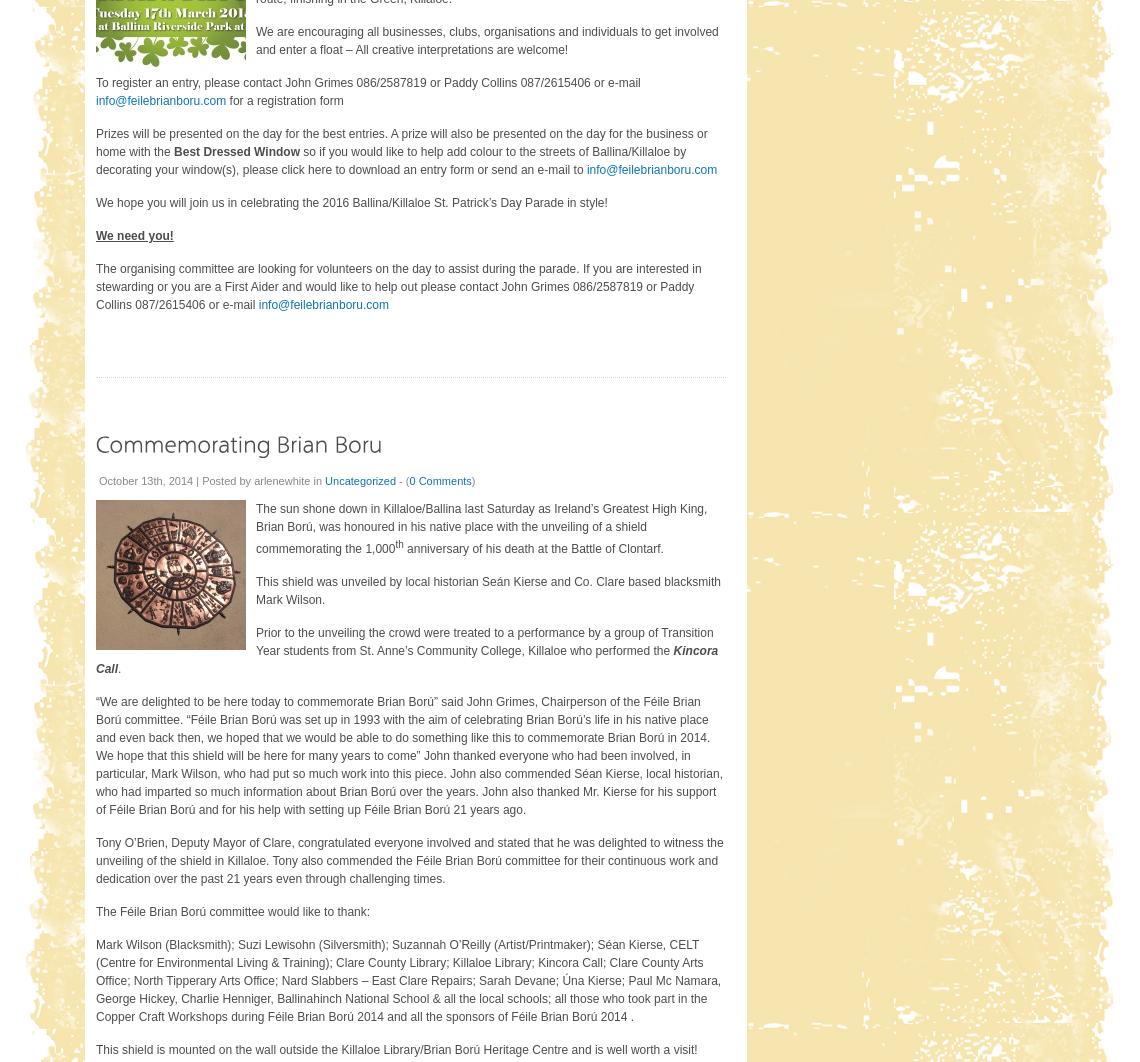 This screenshot has width=1140, height=1062. What do you see at coordinates (176, 479) in the screenshot?
I see `'October 13th, 2014 | Posted by'` at bounding box center [176, 479].